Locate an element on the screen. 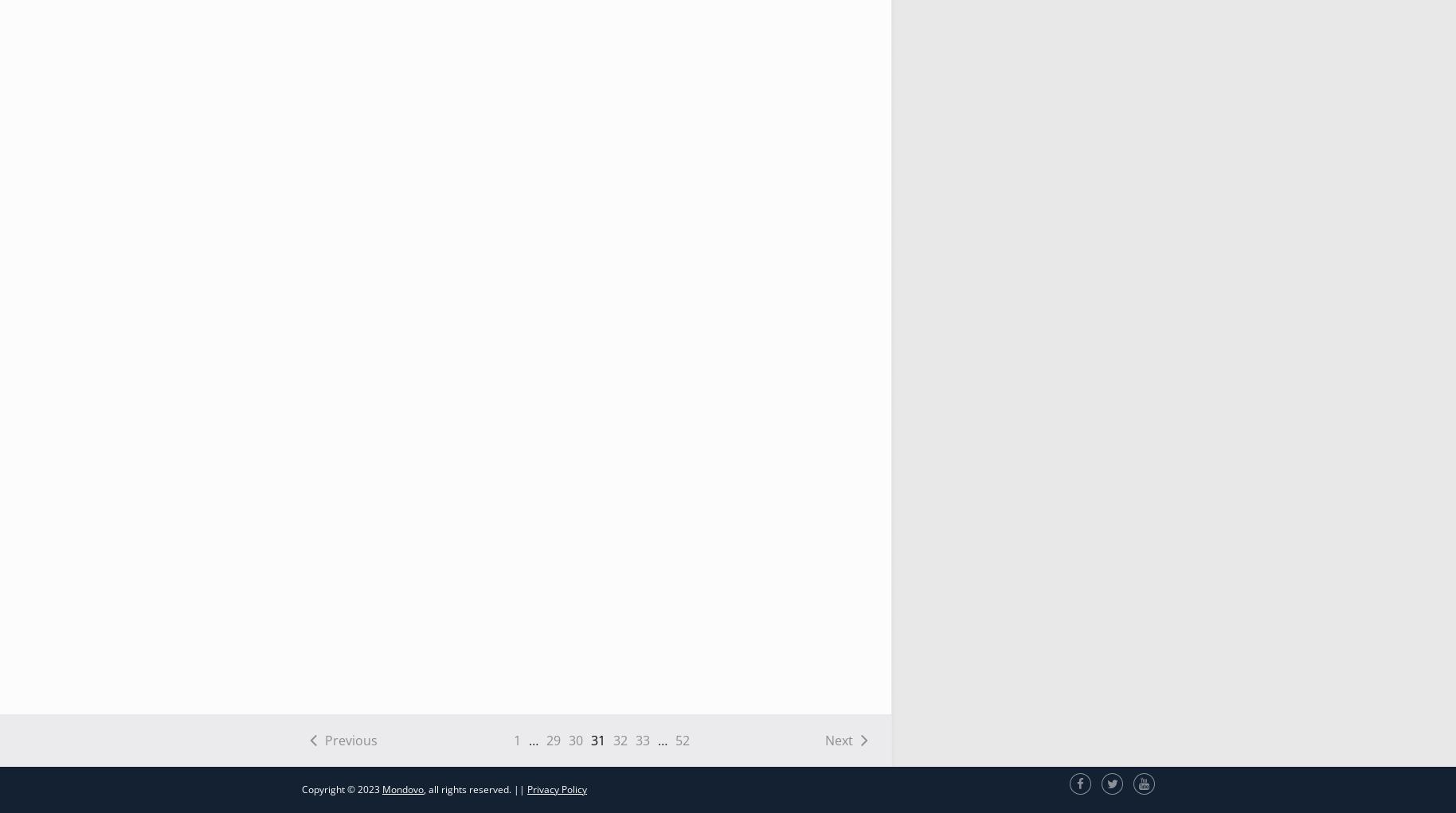 This screenshot has width=1456, height=813. 'Next' is located at coordinates (839, 740).